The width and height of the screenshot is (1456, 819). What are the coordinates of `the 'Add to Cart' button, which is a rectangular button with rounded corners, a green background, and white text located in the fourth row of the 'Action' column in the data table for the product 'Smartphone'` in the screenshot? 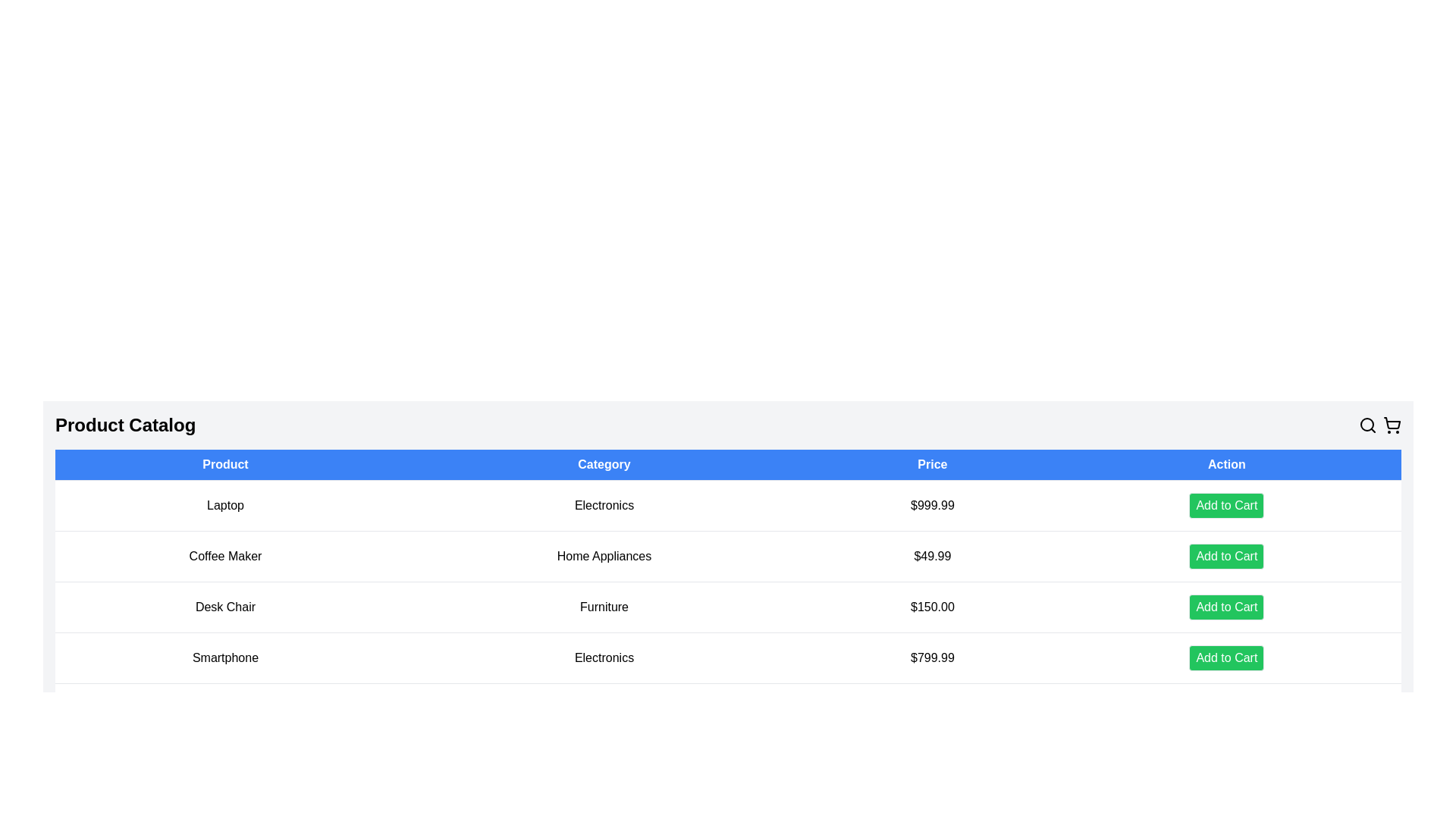 It's located at (1226, 657).